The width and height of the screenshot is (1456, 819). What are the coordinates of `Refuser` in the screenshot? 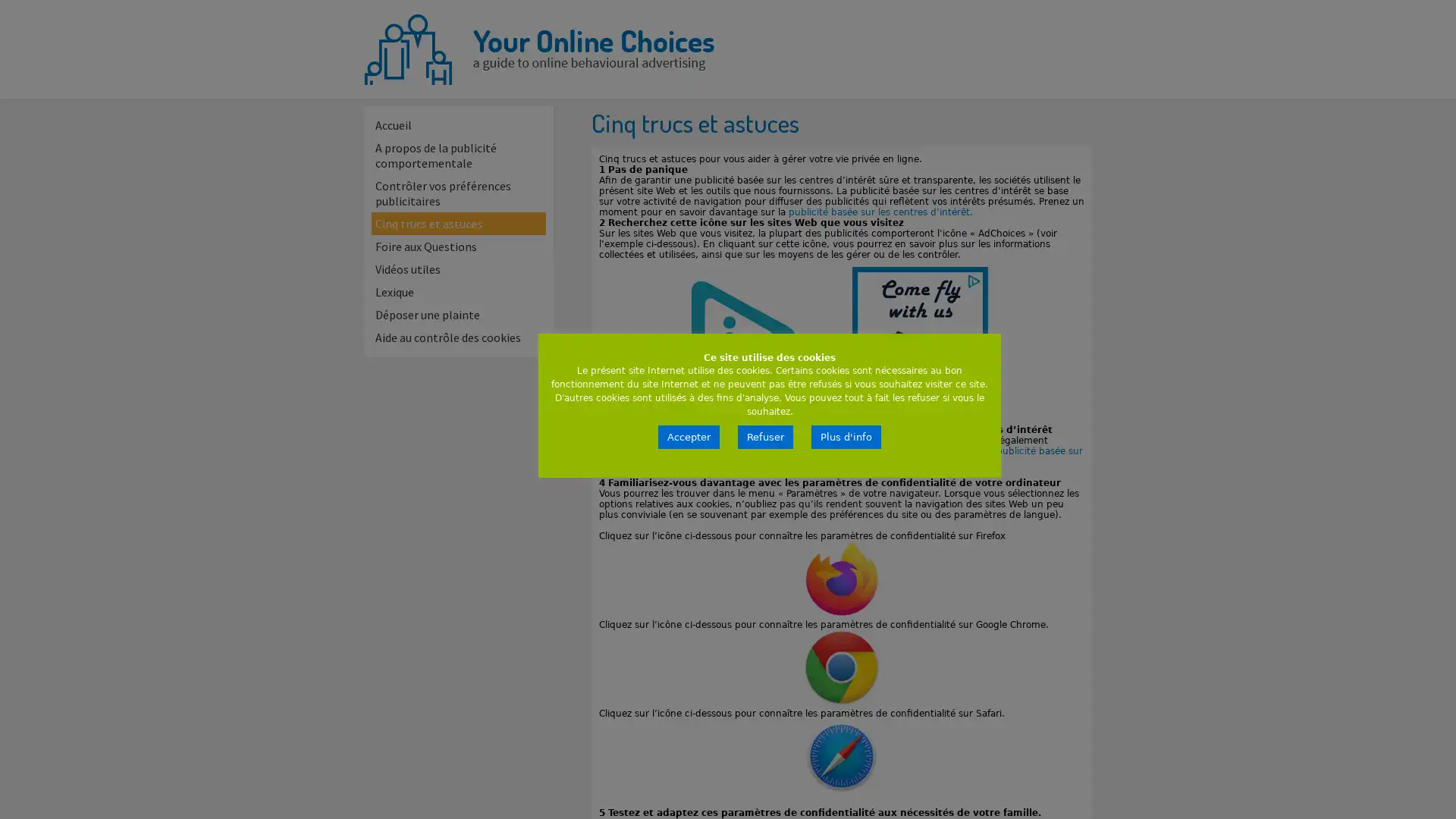 It's located at (765, 437).